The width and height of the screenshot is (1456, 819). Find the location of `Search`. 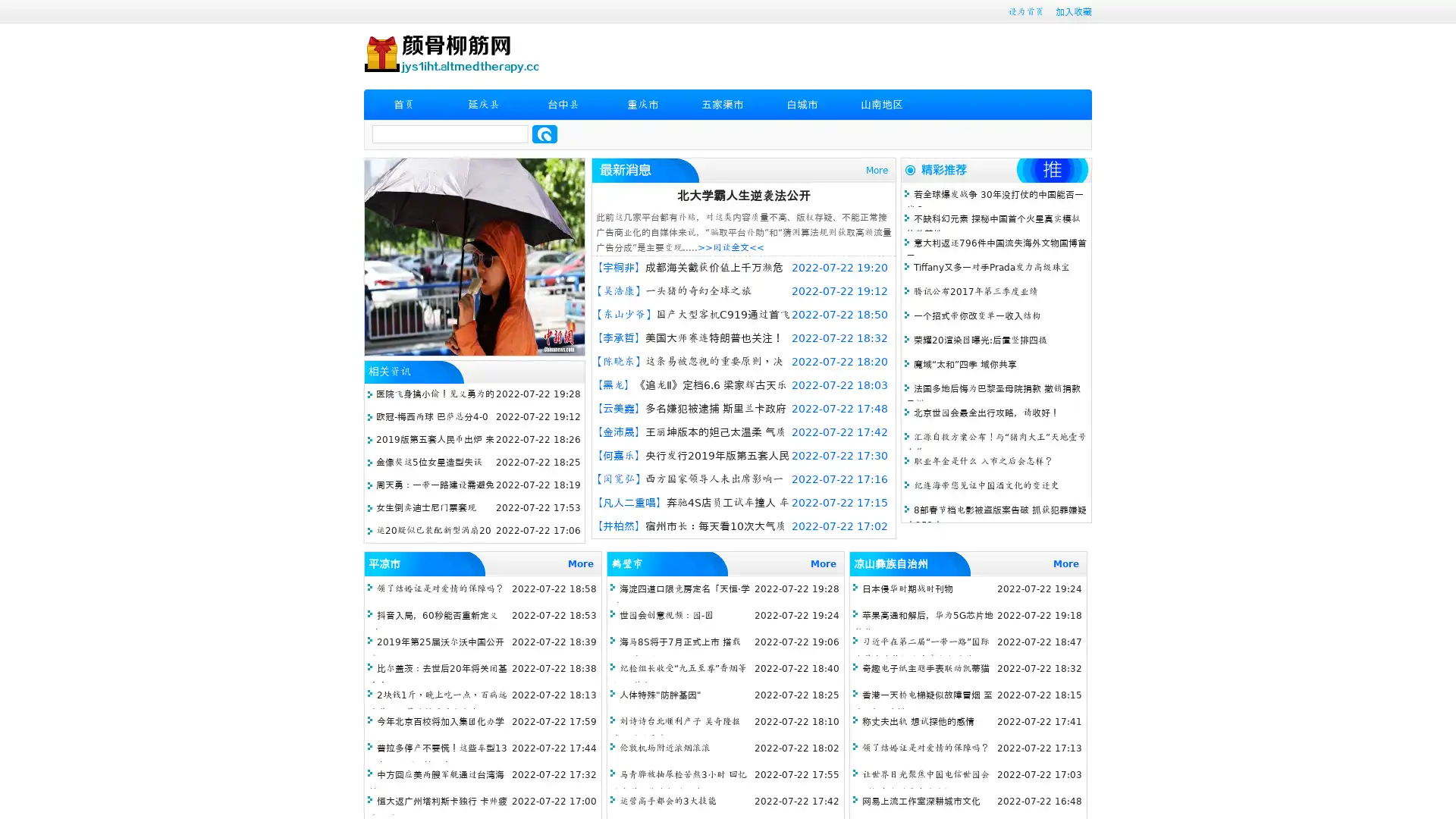

Search is located at coordinates (544, 133).